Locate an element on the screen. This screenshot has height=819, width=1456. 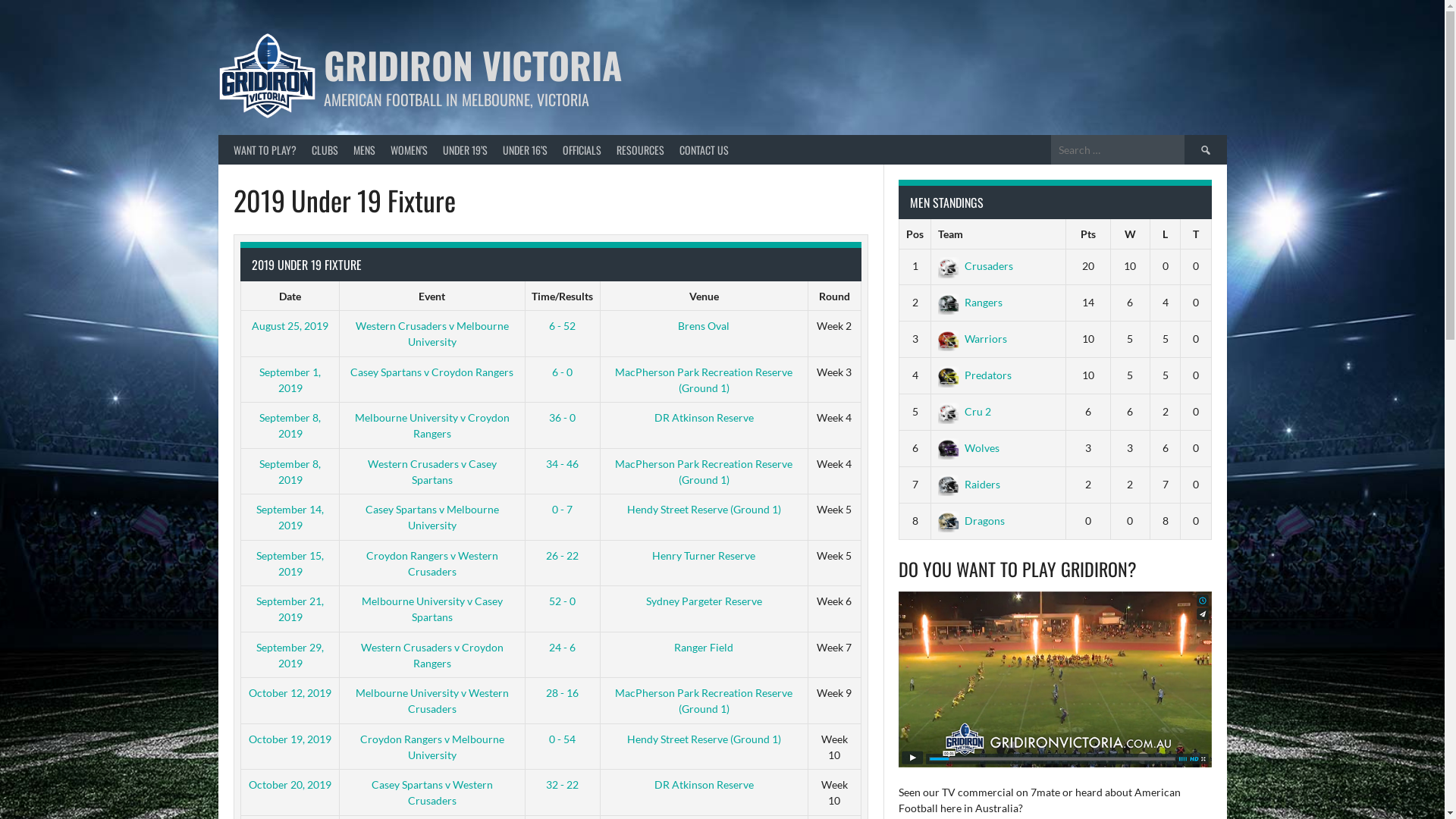
'Crusaders' is located at coordinates (975, 265).